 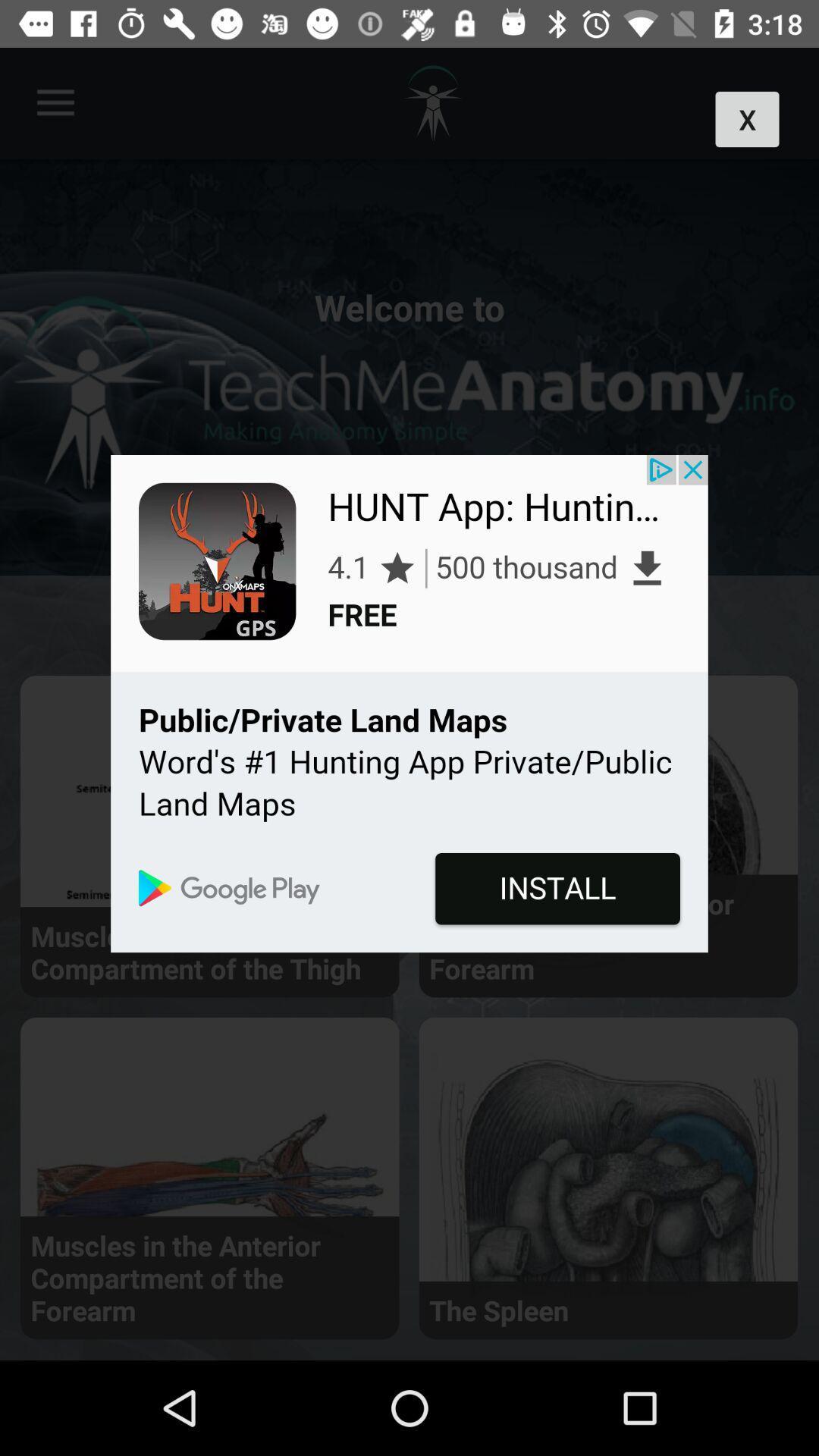 What do you see at coordinates (409, 703) in the screenshot?
I see `hunt app advertisement pop-up` at bounding box center [409, 703].